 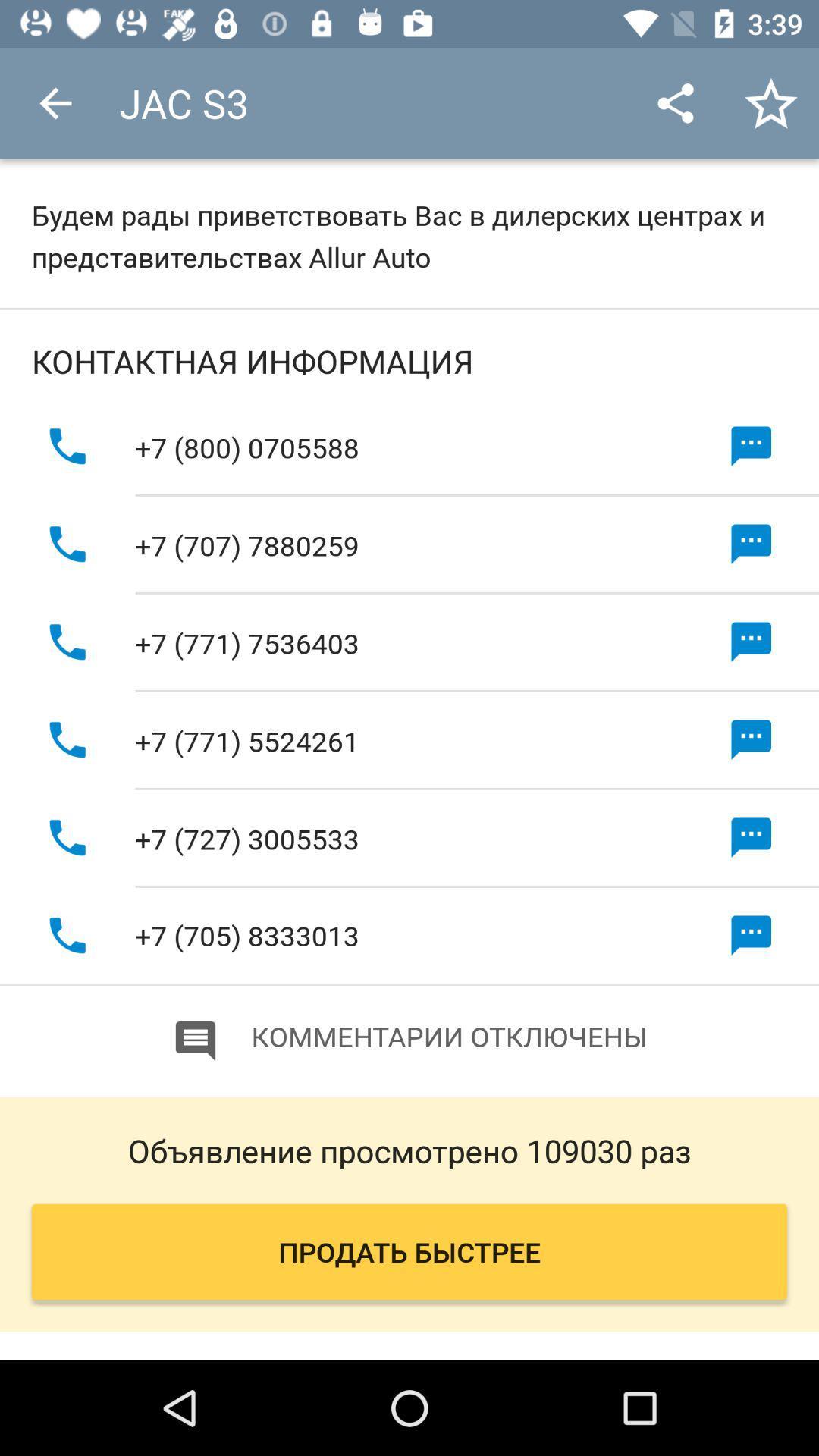 I want to click on the item next to the jac s3 app, so click(x=55, y=102).